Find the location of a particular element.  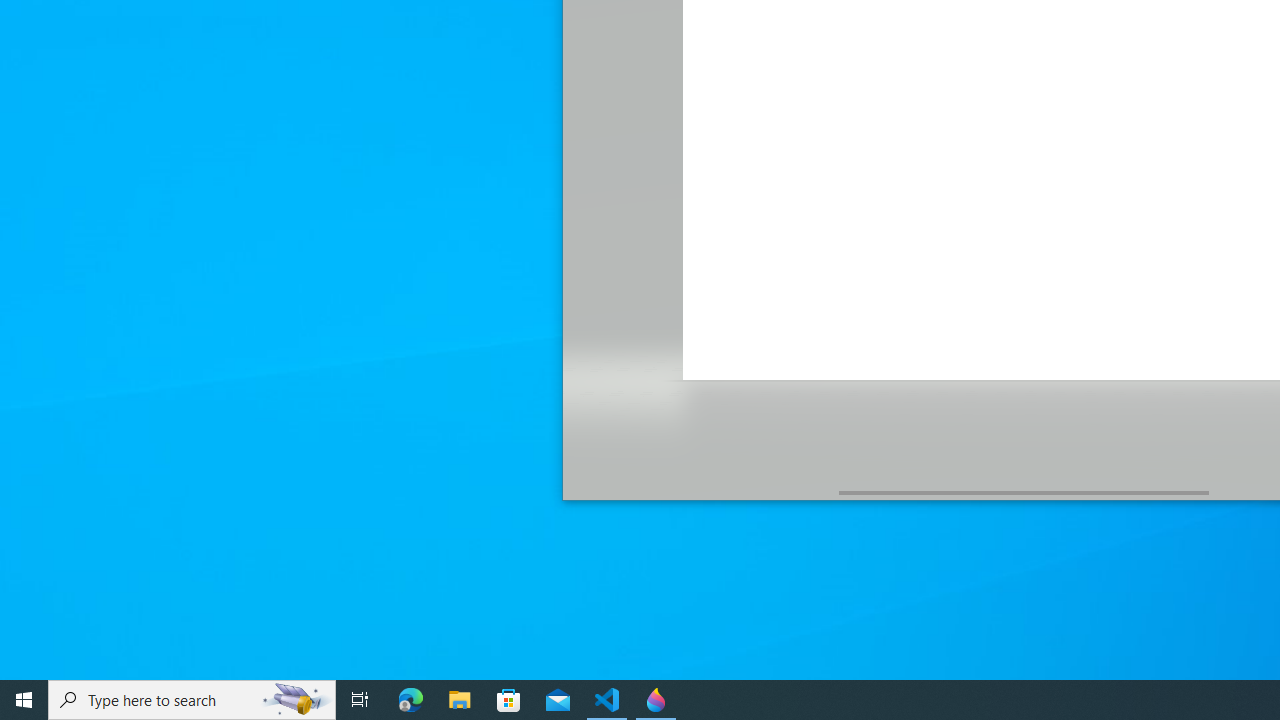

'Type here to search' is located at coordinates (192, 698).